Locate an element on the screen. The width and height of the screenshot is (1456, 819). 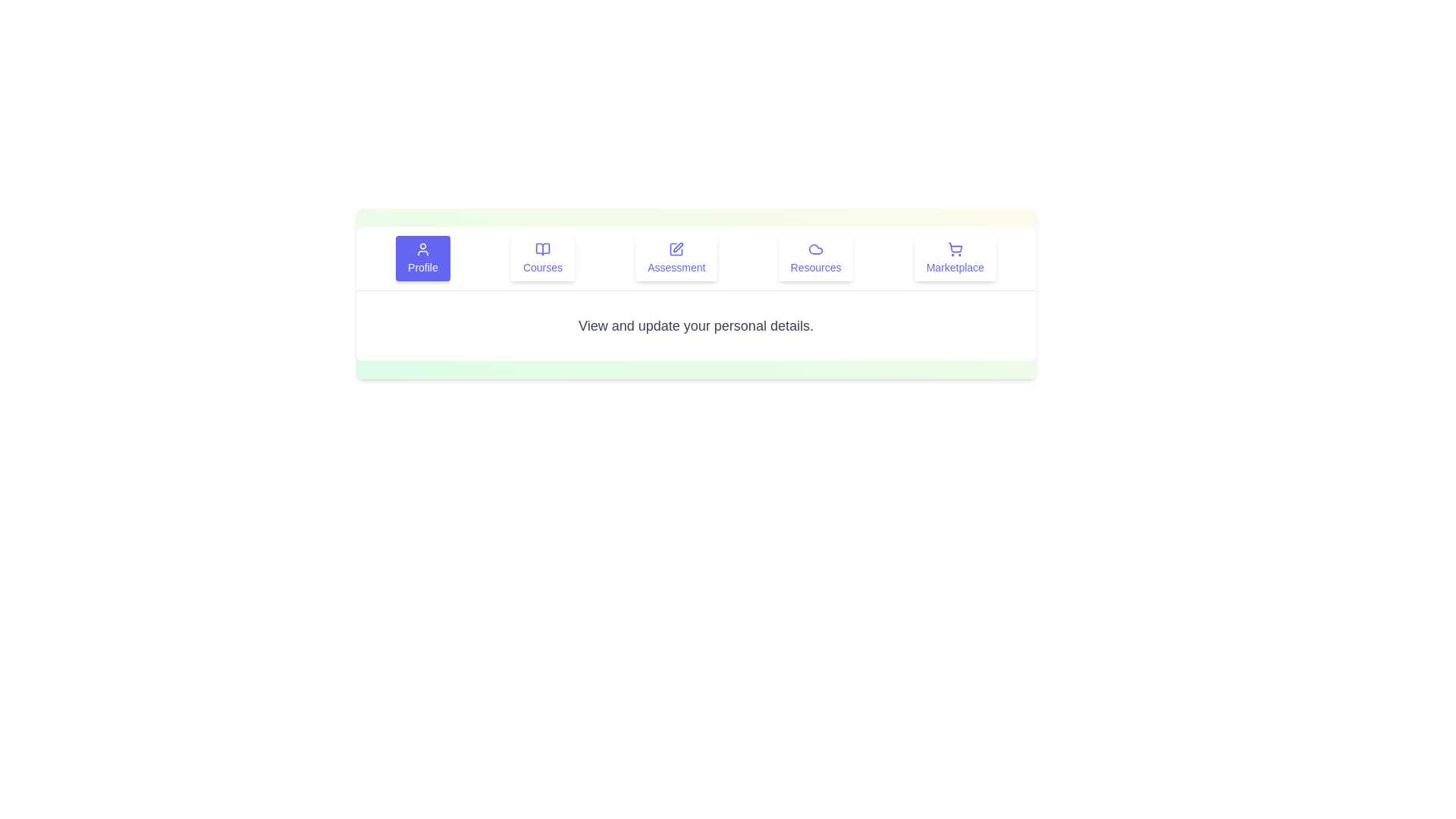
the 'Courses' icon located above the text 'Courses' is located at coordinates (542, 248).